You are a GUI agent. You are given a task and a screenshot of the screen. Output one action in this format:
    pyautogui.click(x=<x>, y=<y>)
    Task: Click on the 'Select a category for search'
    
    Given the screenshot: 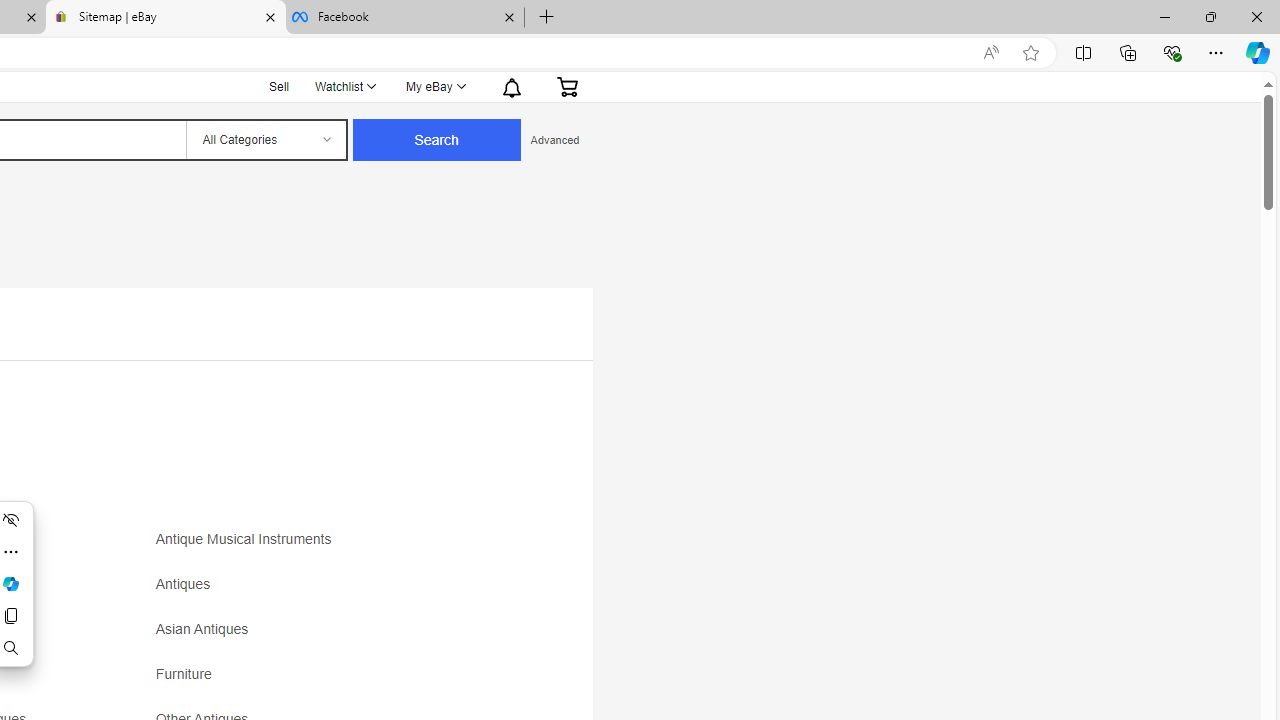 What is the action you would take?
    pyautogui.click(x=264, y=139)
    